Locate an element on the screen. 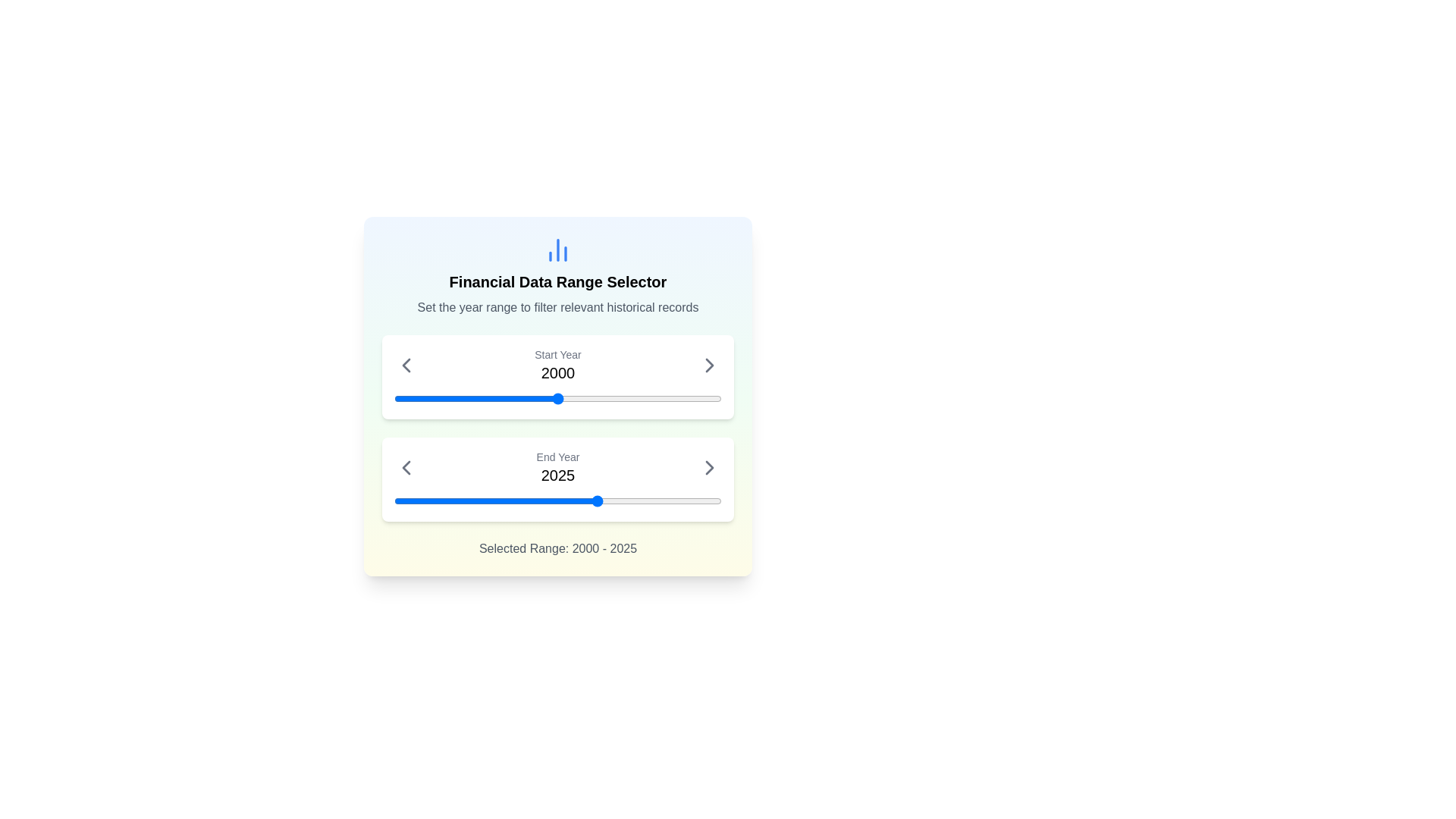 The image size is (1456, 819). the Text label indicating the purpose of the adjacent year value and slider for selecting the start year, located above the year value '2000' is located at coordinates (557, 354).